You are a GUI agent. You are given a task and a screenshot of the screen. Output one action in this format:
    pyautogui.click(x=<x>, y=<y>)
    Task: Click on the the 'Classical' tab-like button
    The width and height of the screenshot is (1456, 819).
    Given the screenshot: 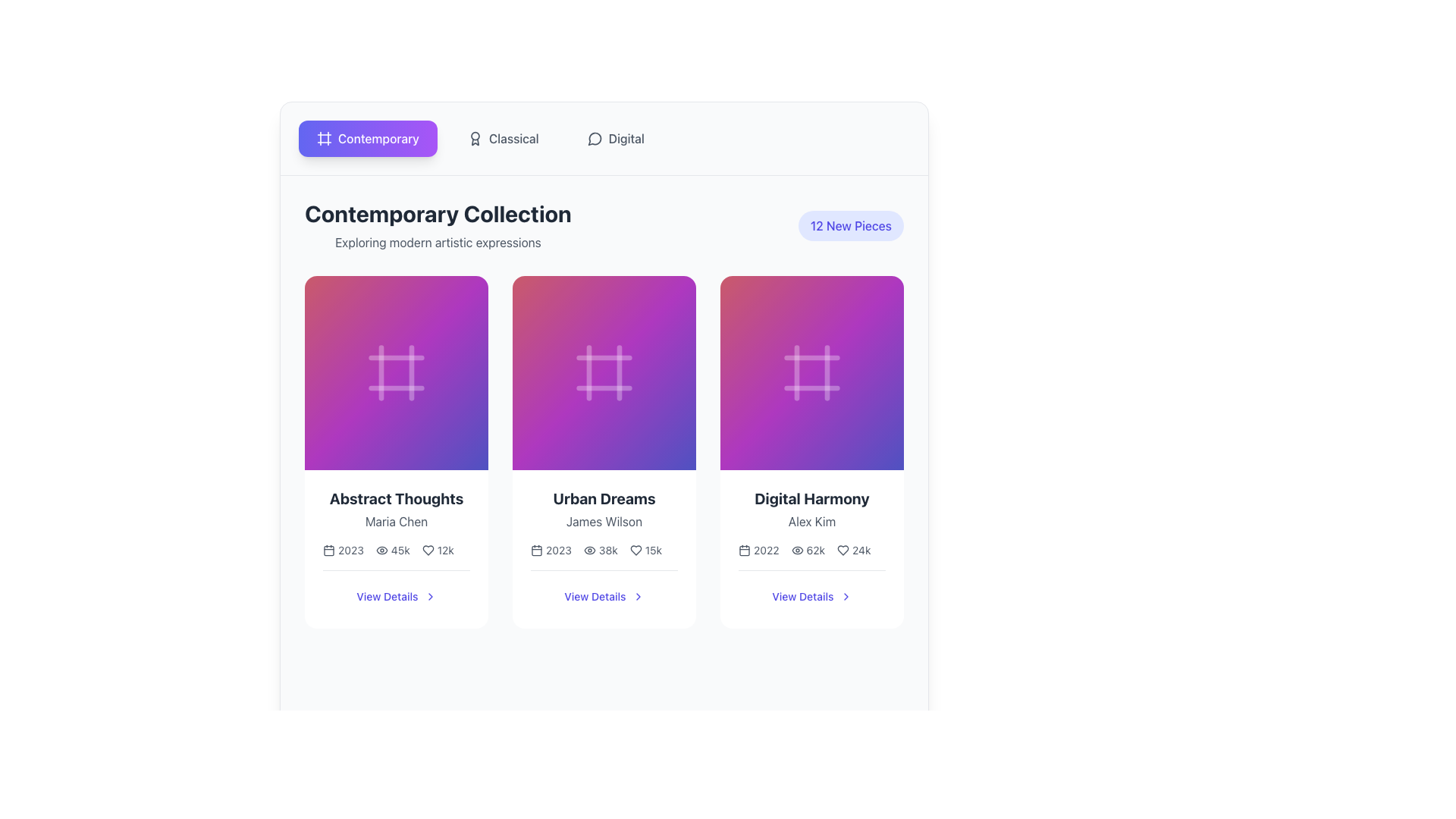 What is the action you would take?
    pyautogui.click(x=503, y=138)
    